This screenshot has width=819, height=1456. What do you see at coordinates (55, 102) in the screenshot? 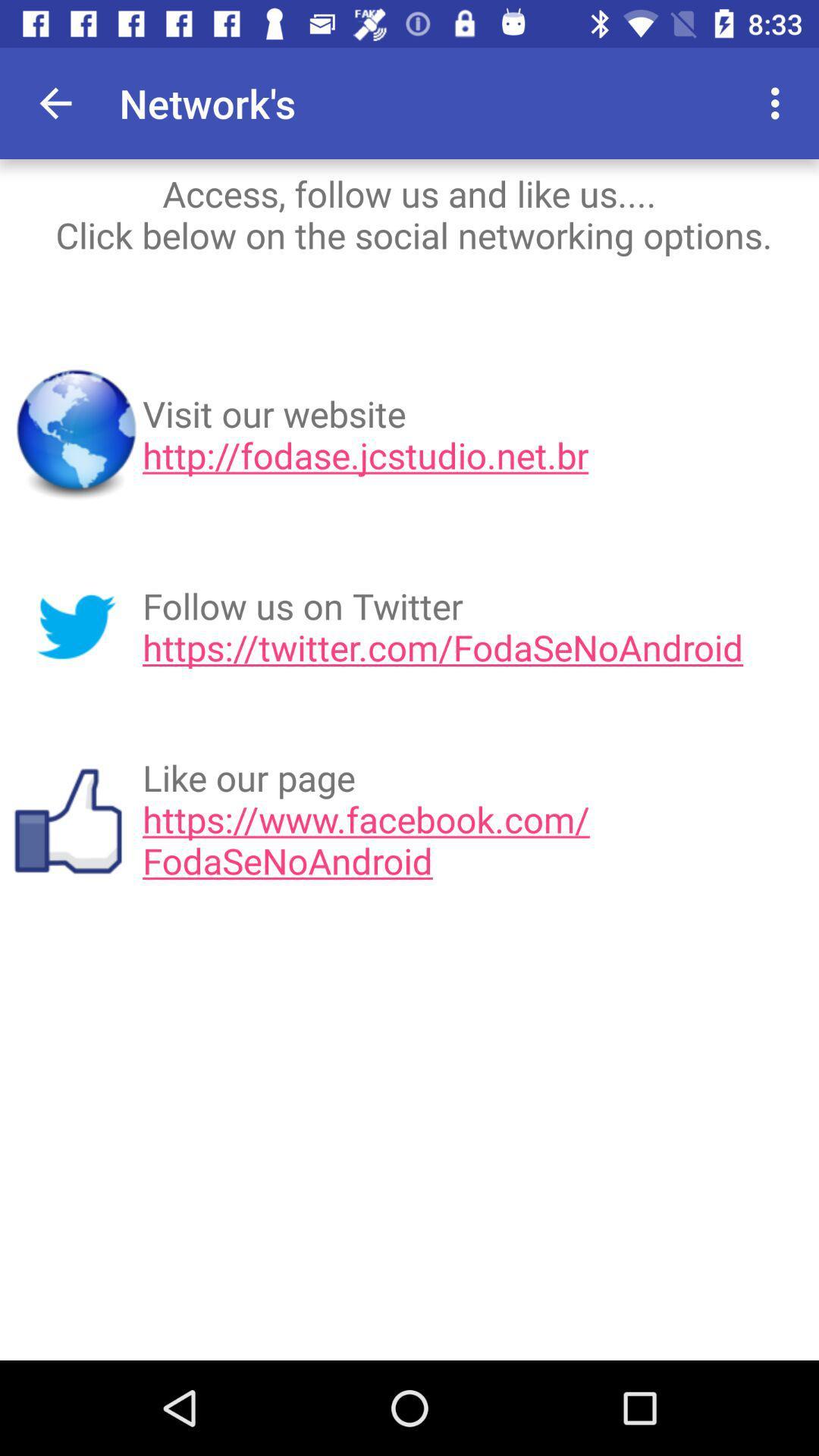
I see `icon to the left of network's` at bounding box center [55, 102].